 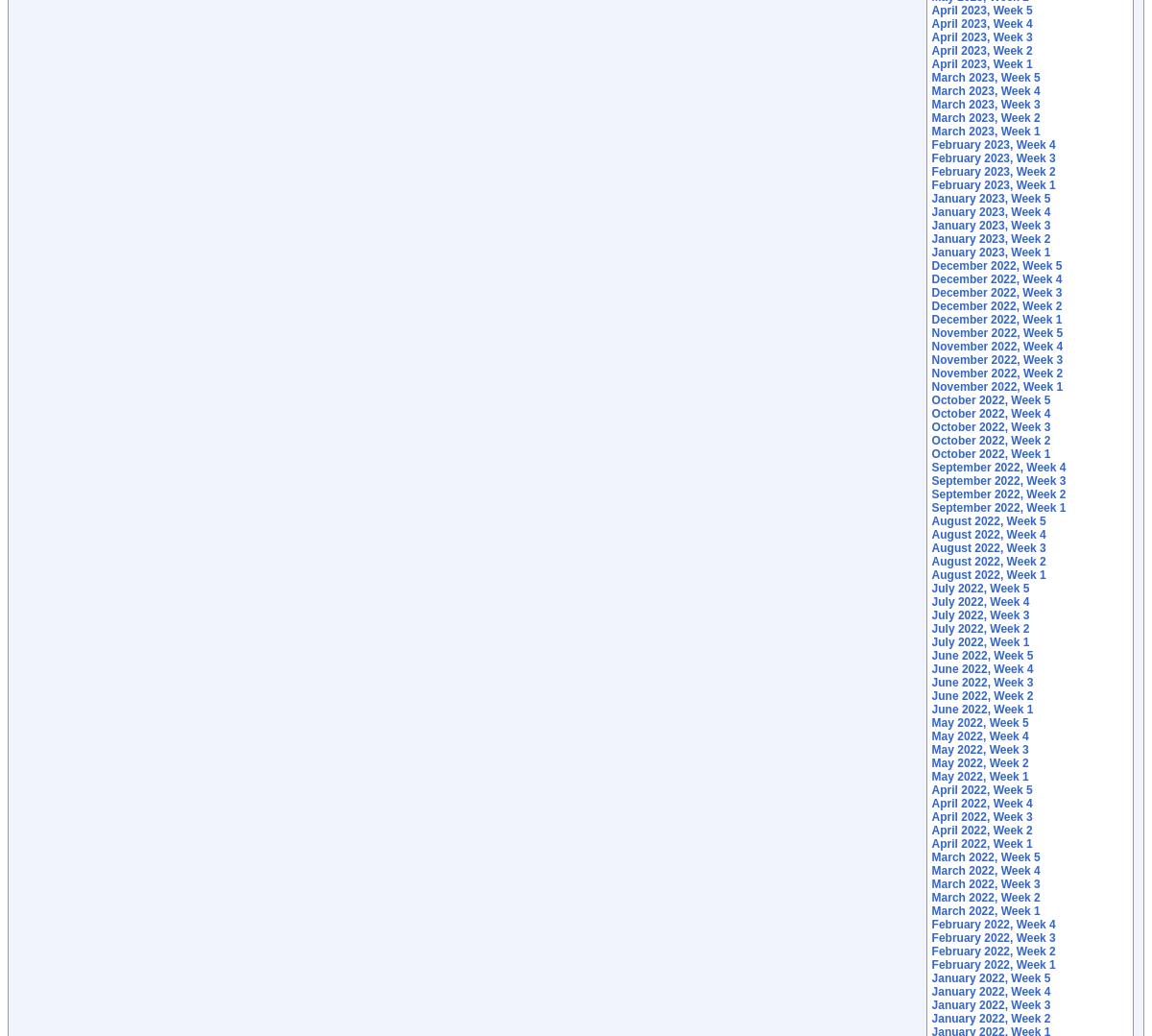 I want to click on 'August 2022, Week 4', so click(x=988, y=533).